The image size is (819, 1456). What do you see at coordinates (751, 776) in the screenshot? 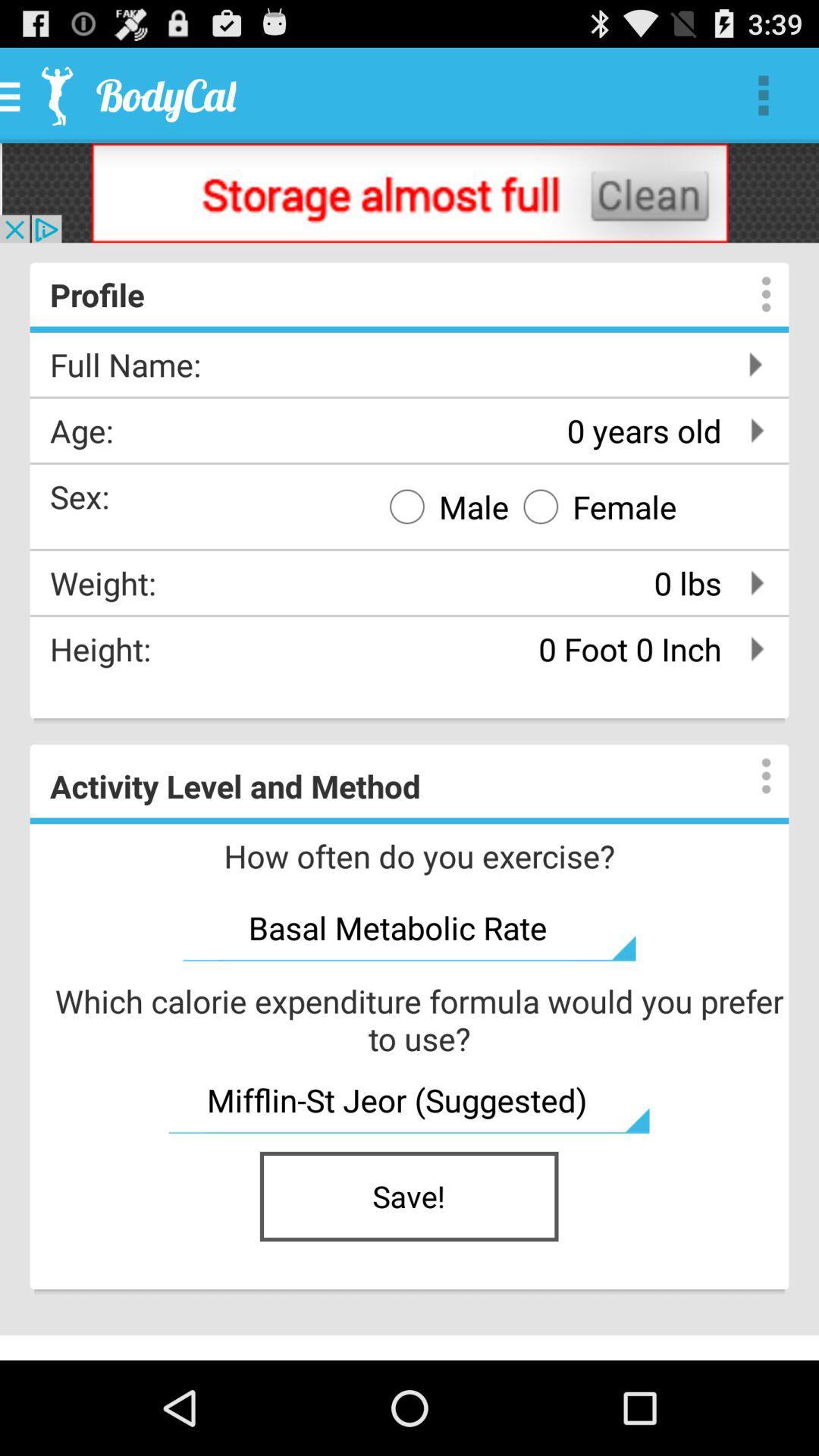
I see `more options button` at bounding box center [751, 776].